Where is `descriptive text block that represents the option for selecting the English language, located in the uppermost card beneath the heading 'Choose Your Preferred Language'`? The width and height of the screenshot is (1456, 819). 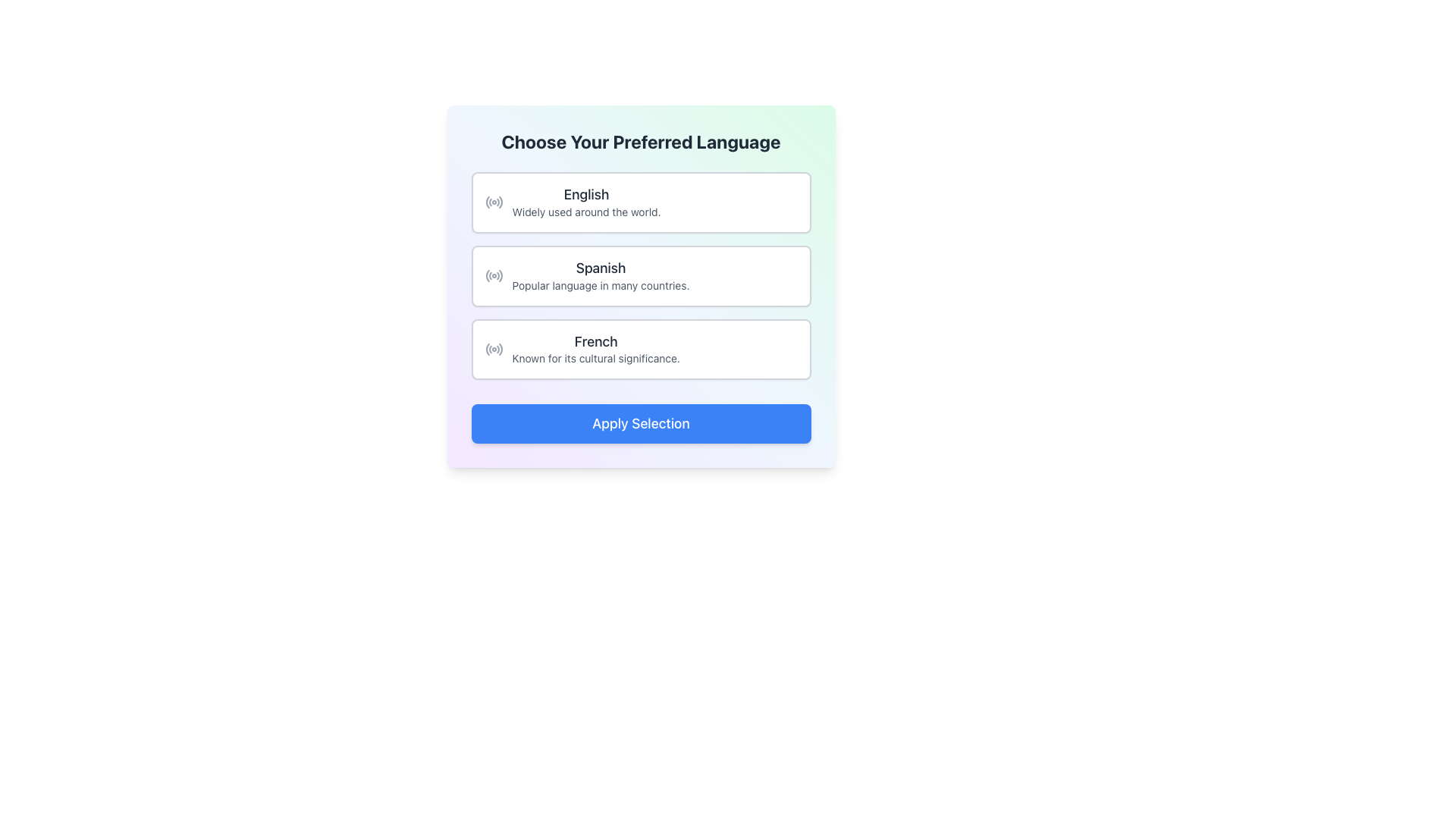
descriptive text block that represents the option for selecting the English language, located in the uppermost card beneath the heading 'Choose Your Preferred Language' is located at coordinates (585, 202).